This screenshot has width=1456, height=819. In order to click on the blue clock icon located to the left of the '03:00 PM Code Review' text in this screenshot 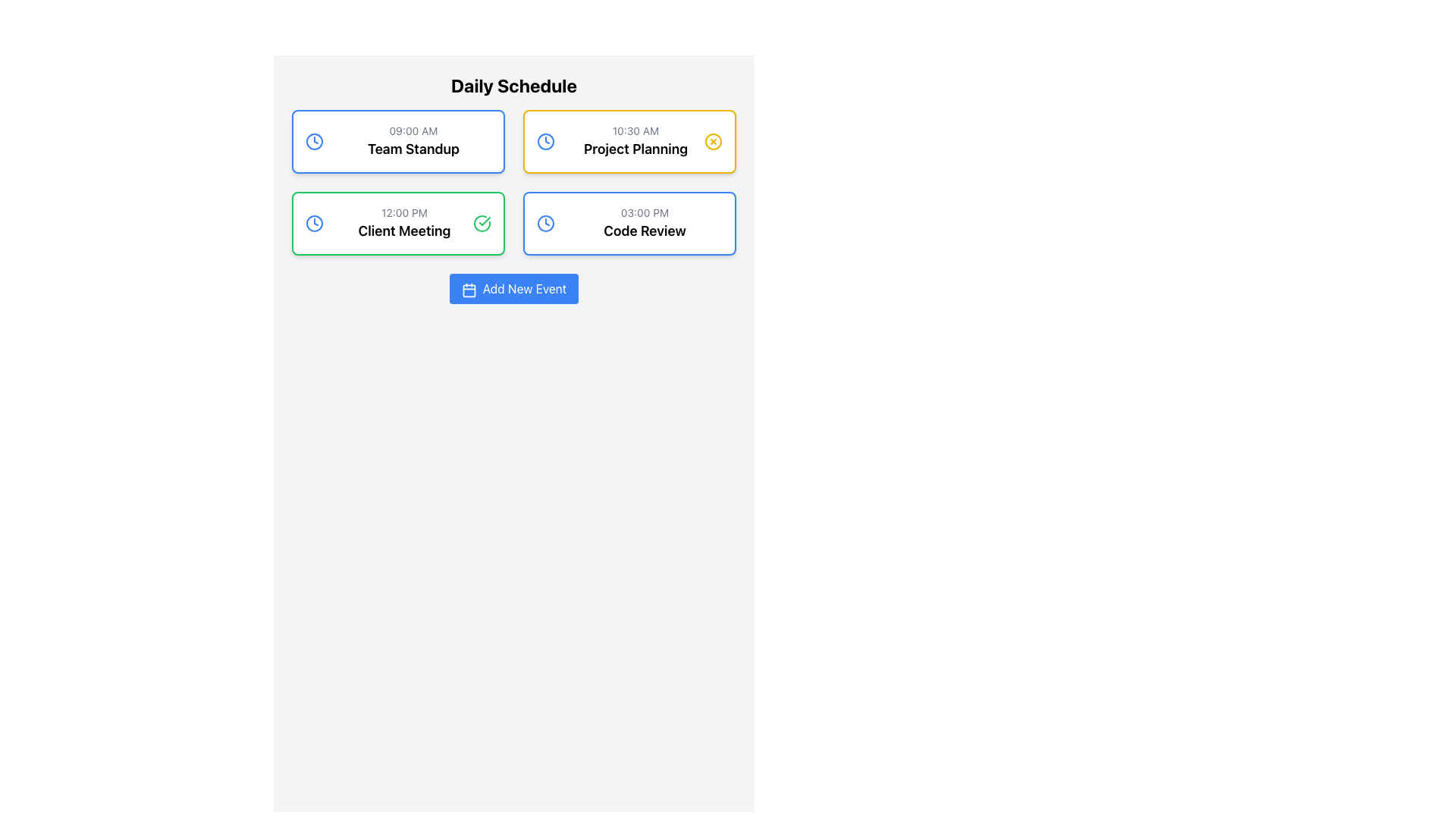, I will do `click(546, 223)`.